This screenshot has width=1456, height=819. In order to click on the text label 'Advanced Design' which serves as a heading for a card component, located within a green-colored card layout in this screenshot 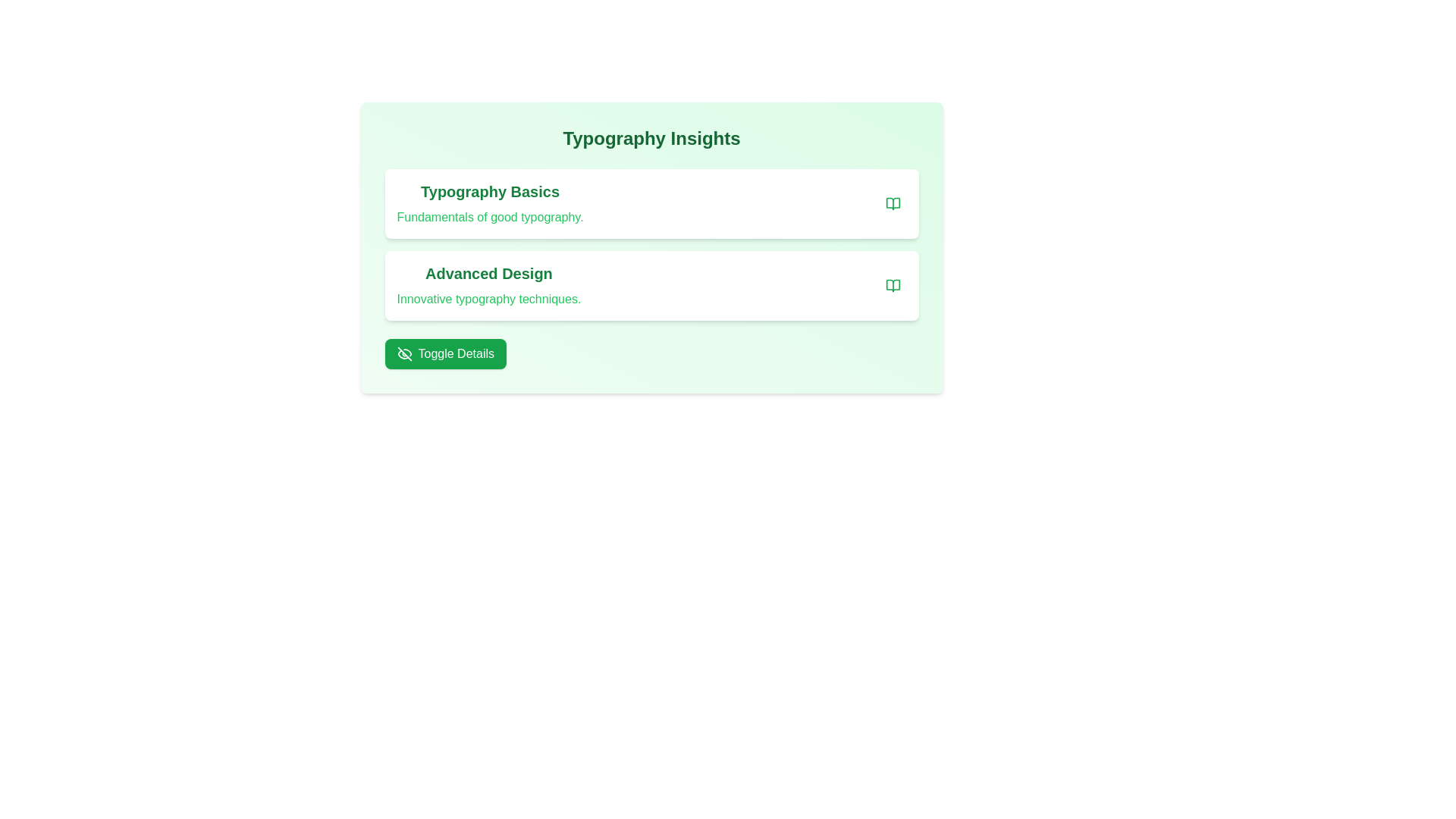, I will do `click(488, 274)`.